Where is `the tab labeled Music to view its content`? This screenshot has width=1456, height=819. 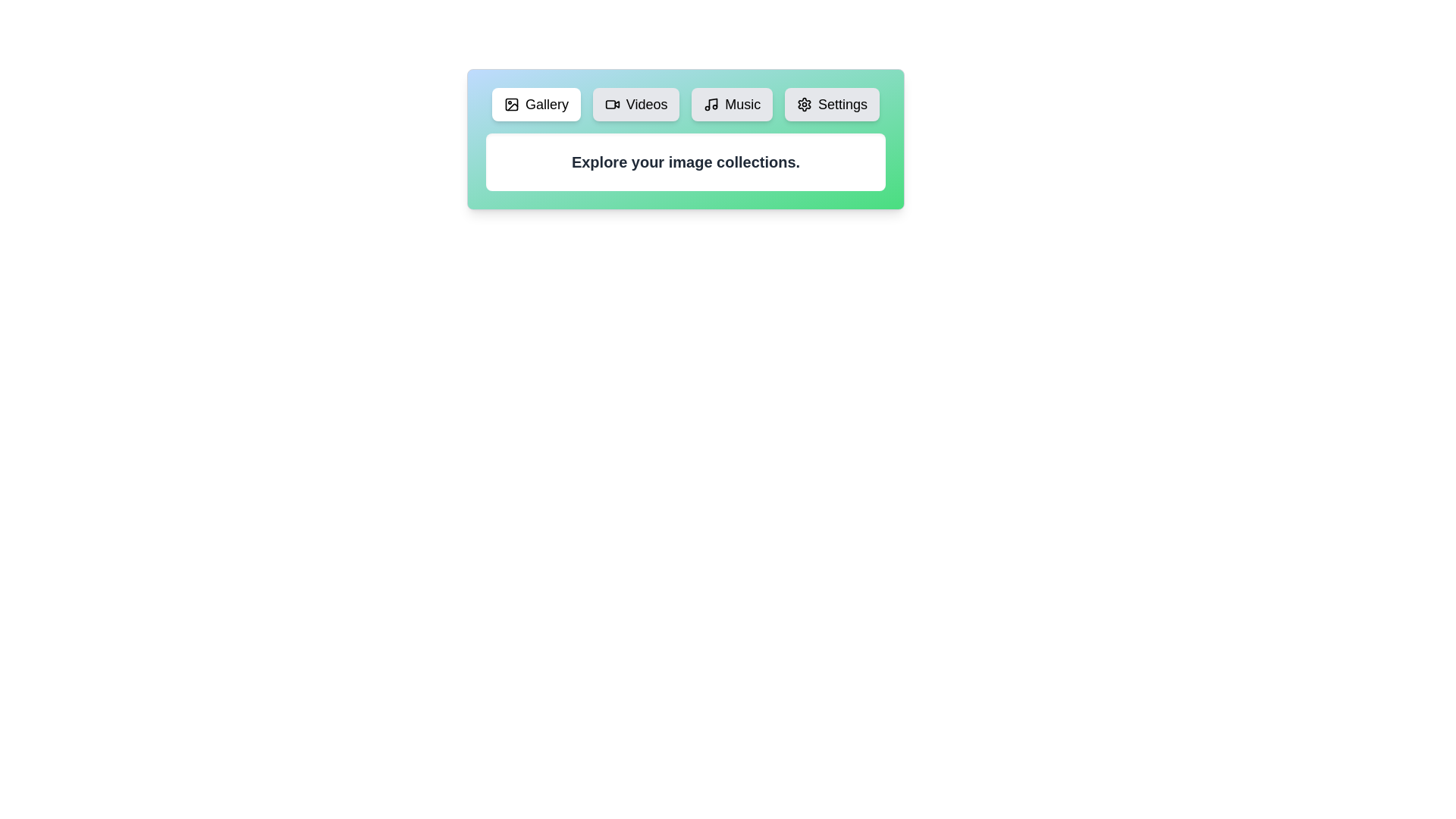
the tab labeled Music to view its content is located at coordinates (731, 104).